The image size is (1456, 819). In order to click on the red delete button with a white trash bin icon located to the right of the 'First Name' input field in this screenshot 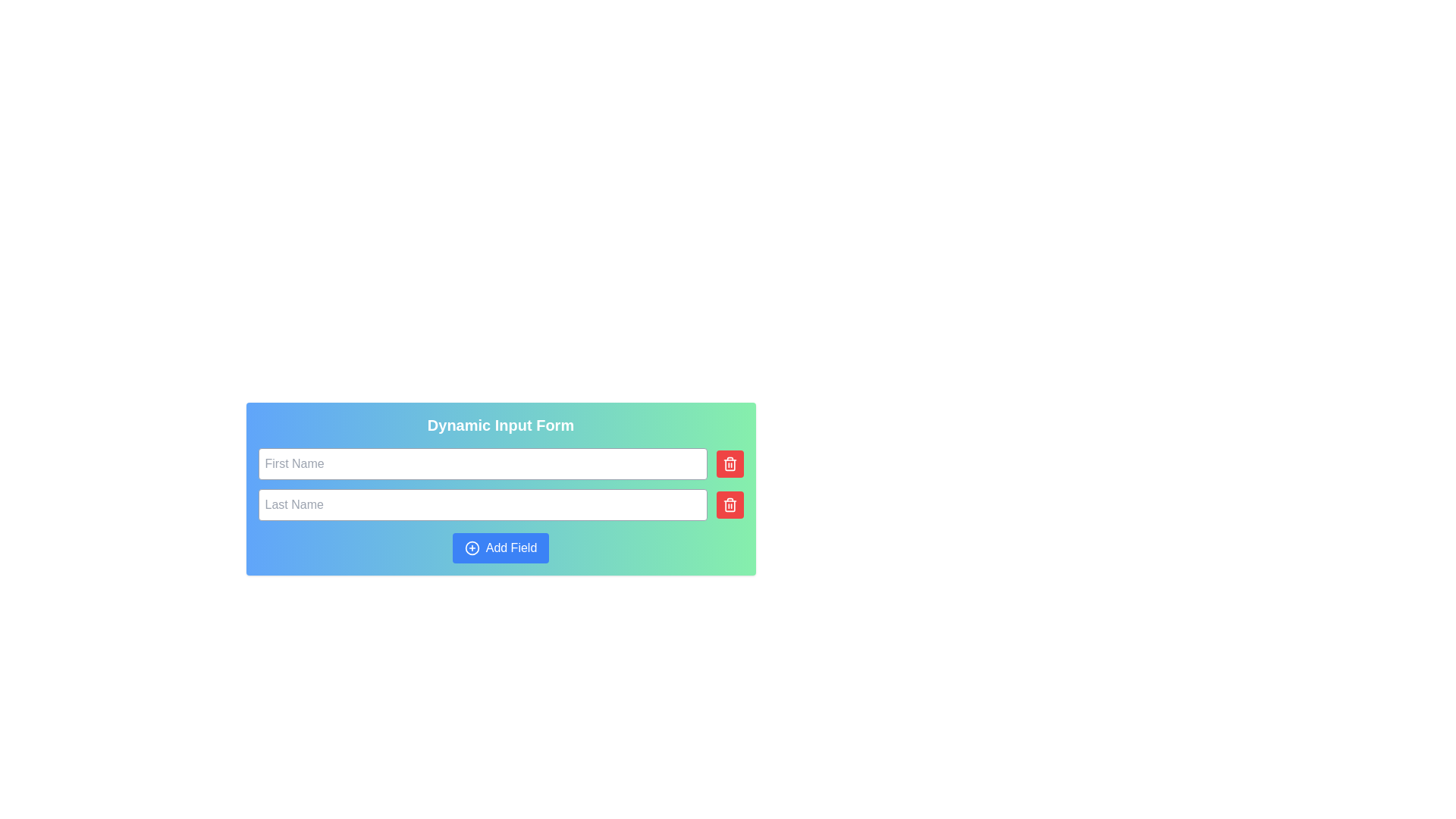, I will do `click(730, 463)`.